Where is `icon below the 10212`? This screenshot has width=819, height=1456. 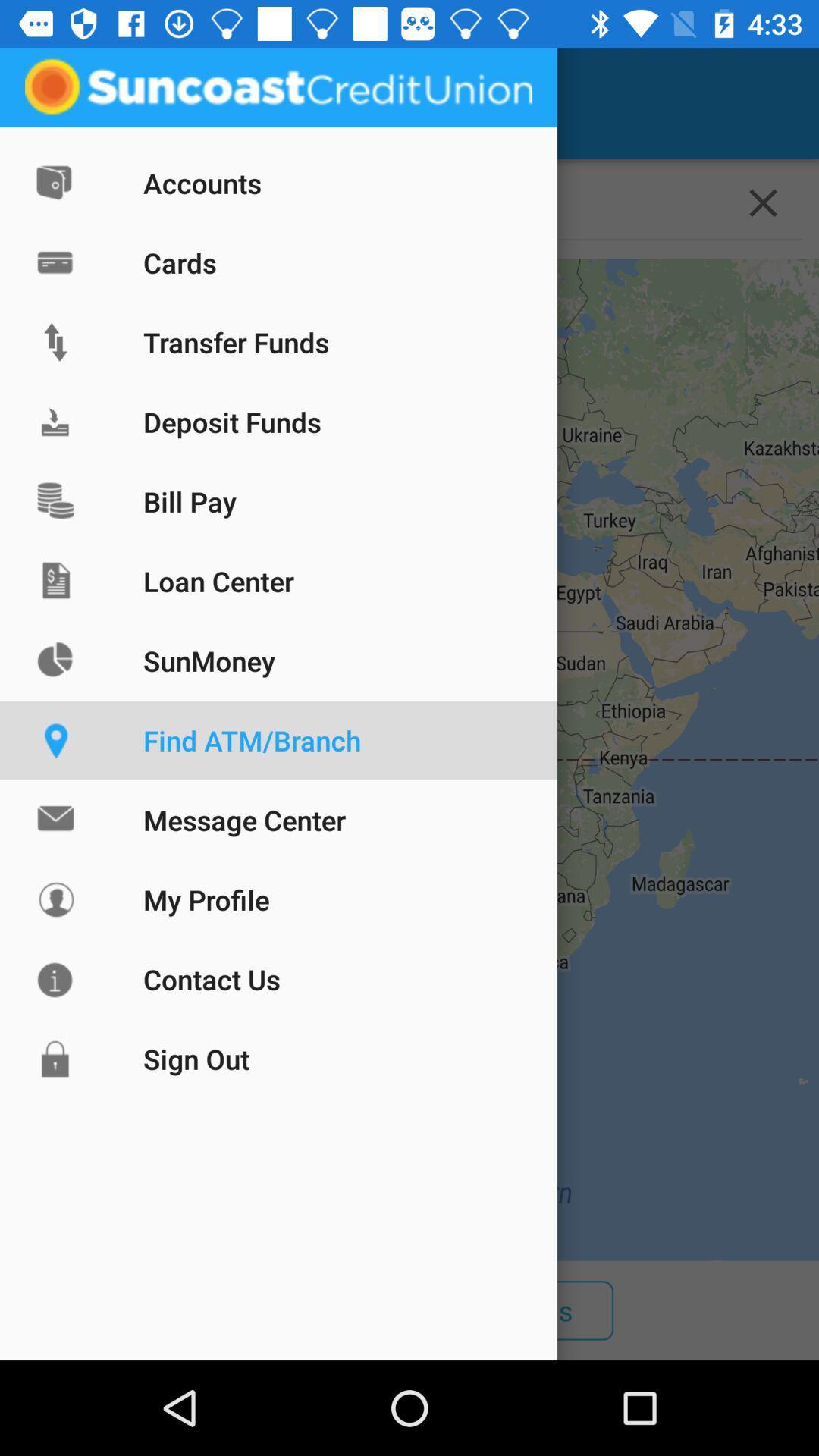
icon below the 10212 is located at coordinates (409, 760).